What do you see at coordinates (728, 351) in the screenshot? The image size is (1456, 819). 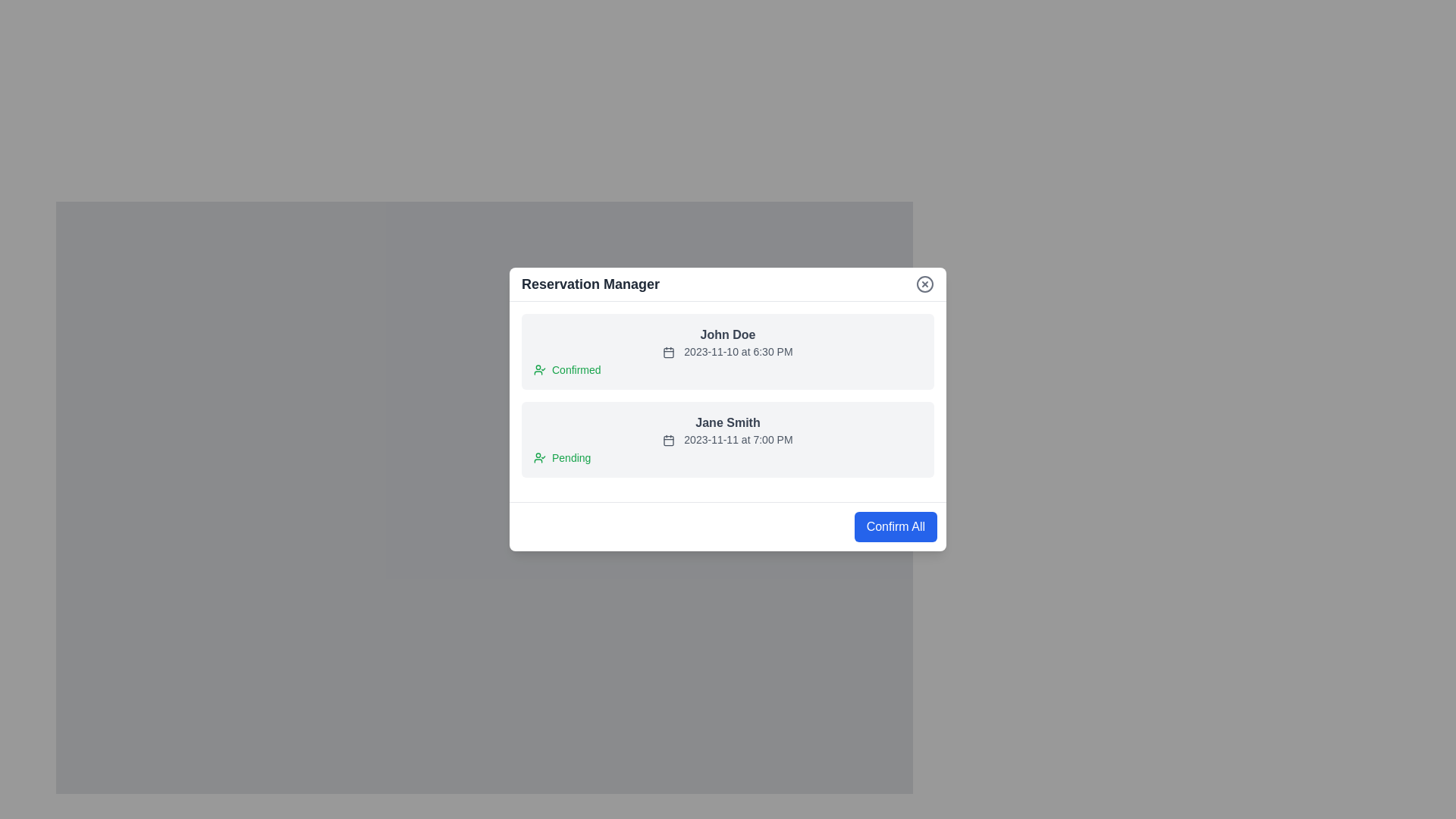 I see `text content of the small text component displaying the date and time '2023-11-10 at 6:30 PM' with a calendar icon to its left, which is located beneath 'John Doe' and above the 'Confirmed' label` at bounding box center [728, 351].